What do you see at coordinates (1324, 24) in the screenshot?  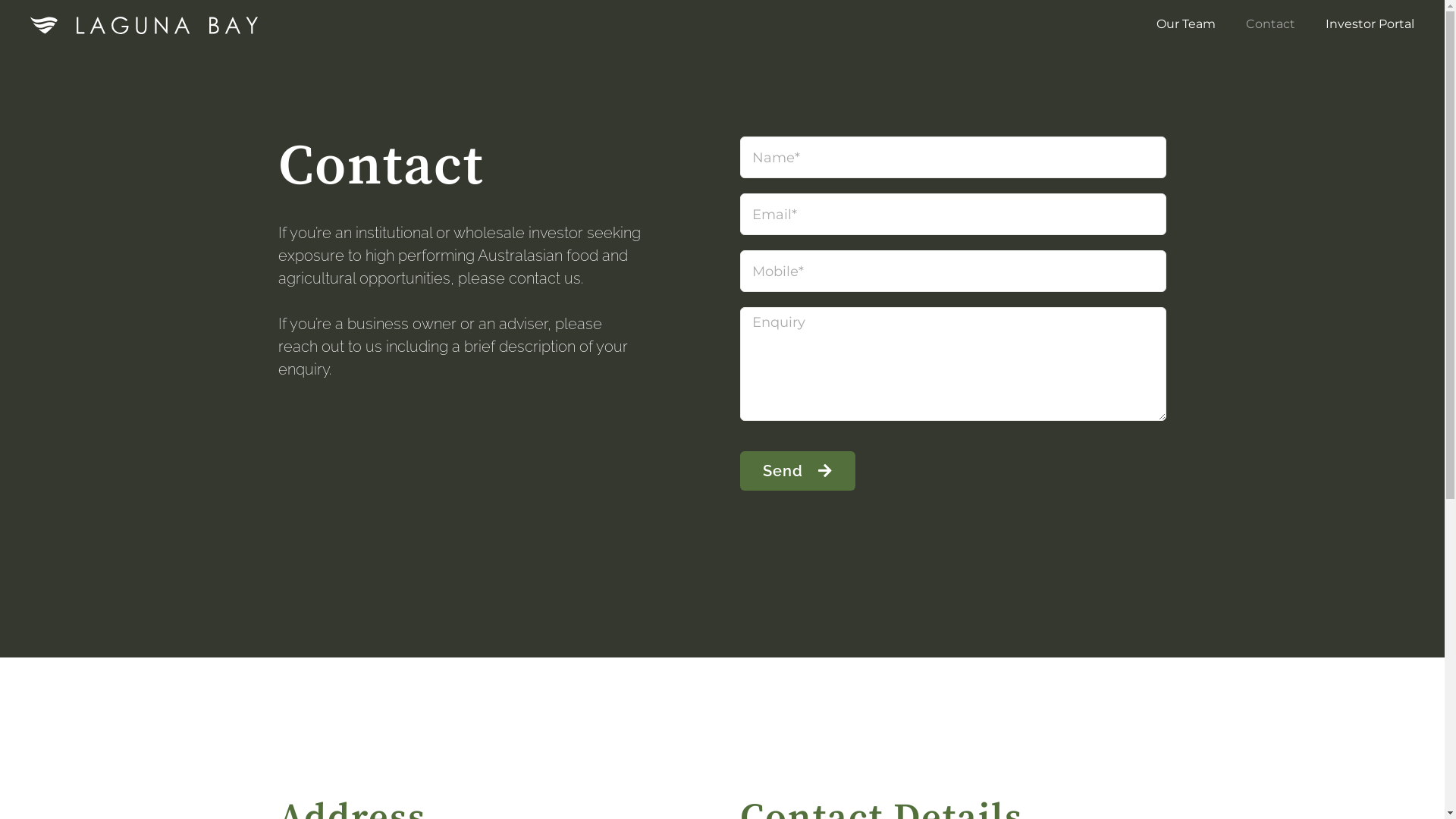 I see `'Investor Portal'` at bounding box center [1324, 24].